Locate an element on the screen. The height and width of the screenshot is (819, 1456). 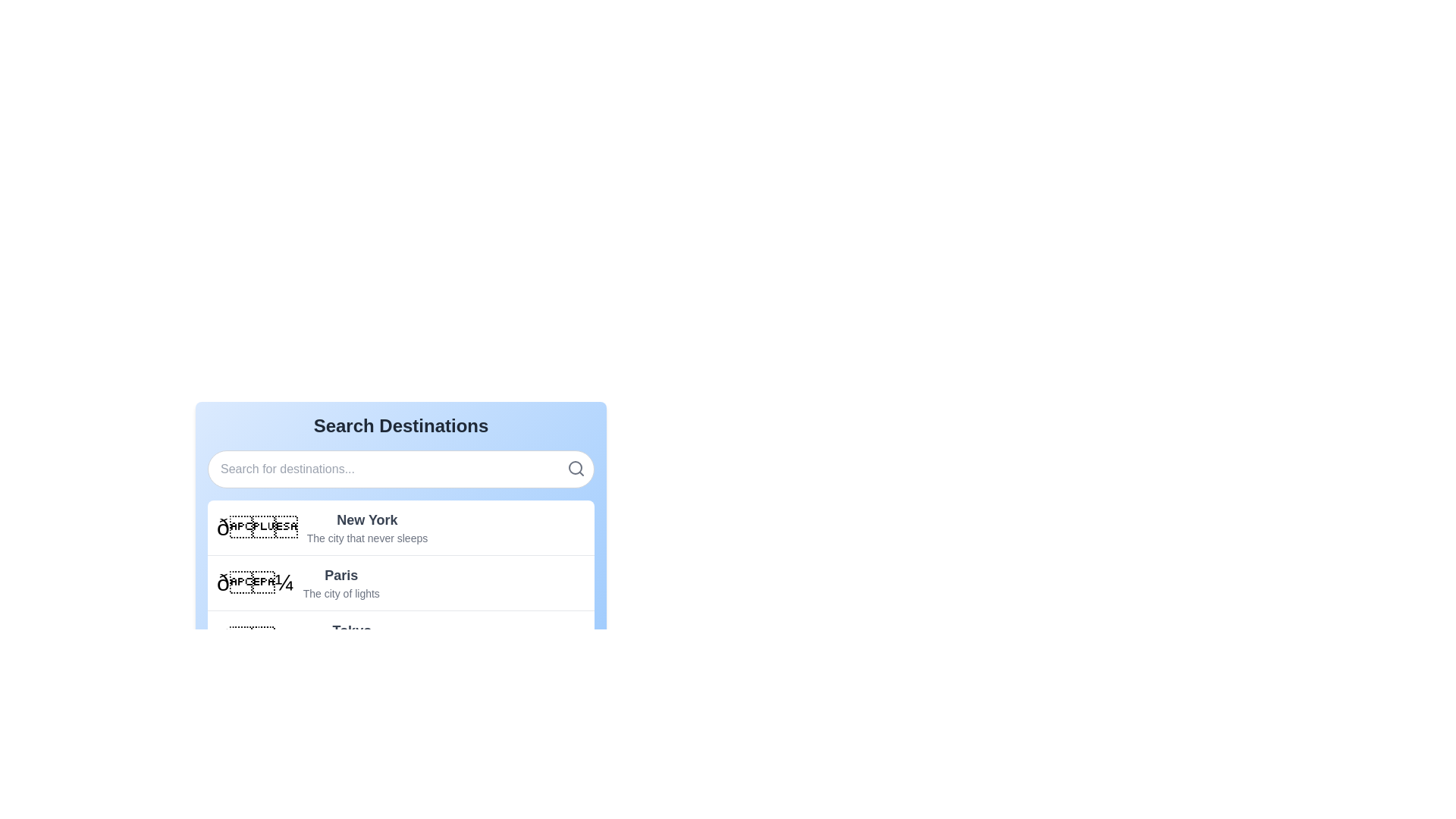
the subtitle 'The city of lights' in the text block below 'Paris' to get more details is located at coordinates (340, 582).